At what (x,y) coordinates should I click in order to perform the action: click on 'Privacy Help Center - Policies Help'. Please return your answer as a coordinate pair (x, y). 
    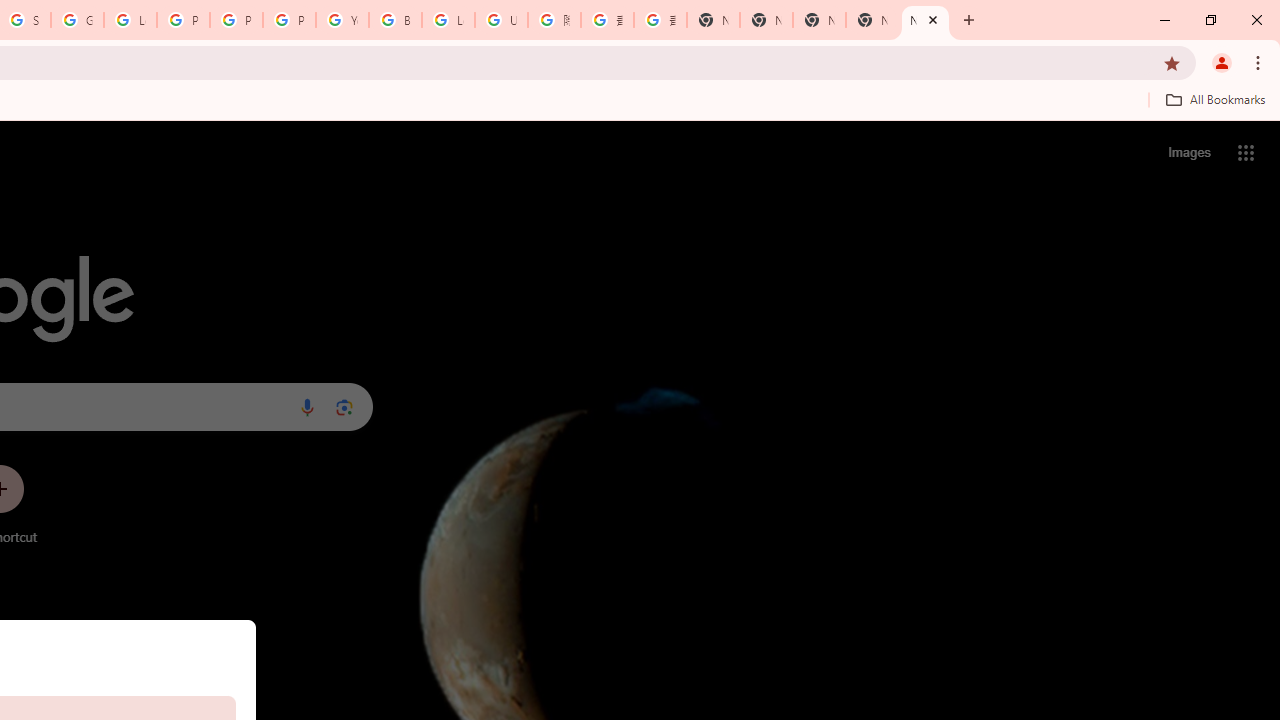
    Looking at the image, I should click on (236, 20).